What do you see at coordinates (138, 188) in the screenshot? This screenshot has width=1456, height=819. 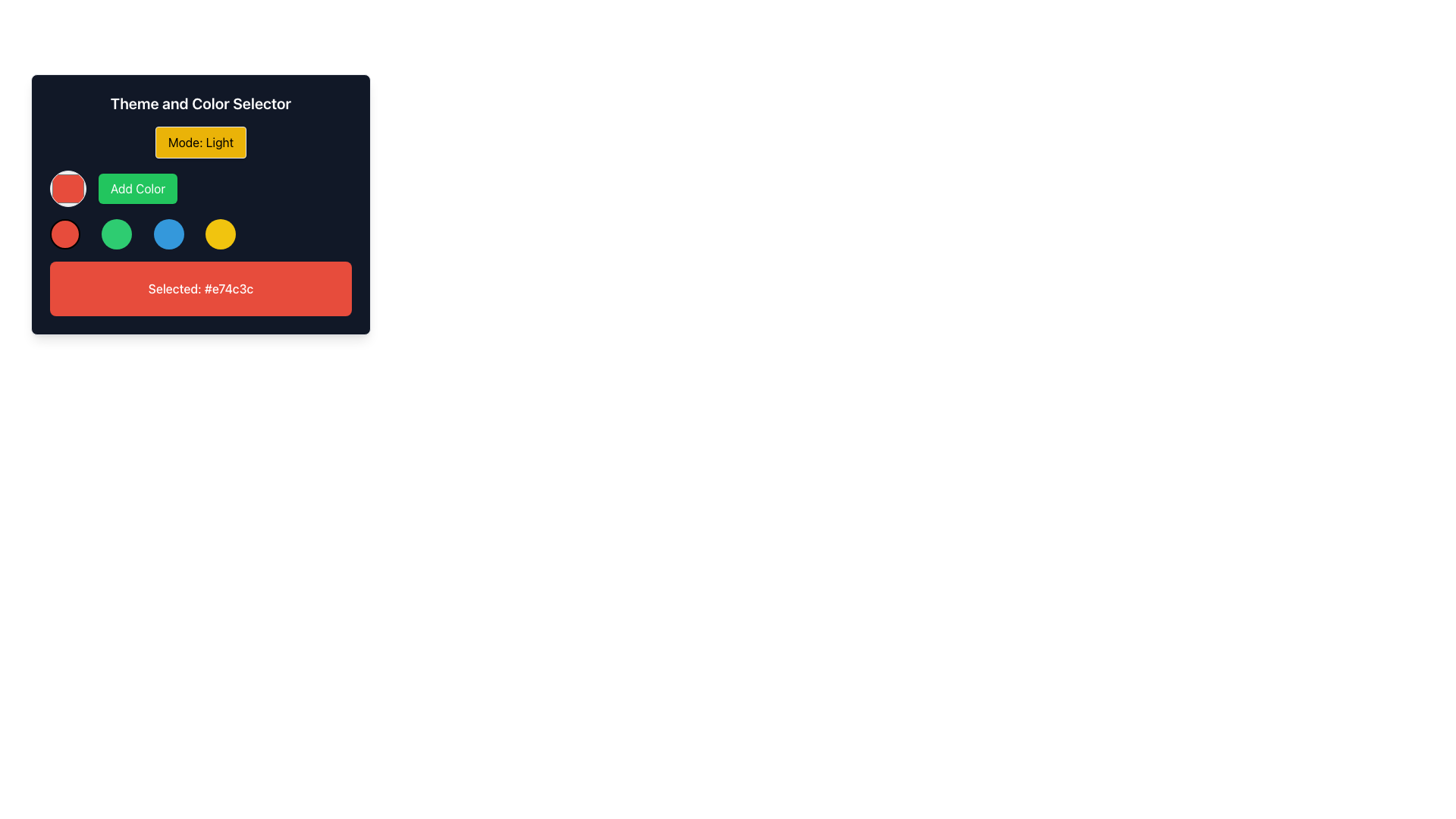 I see `the green rectangular 'Add Color' button located to the right of the red circular color swatch in the dark-themed interface` at bounding box center [138, 188].